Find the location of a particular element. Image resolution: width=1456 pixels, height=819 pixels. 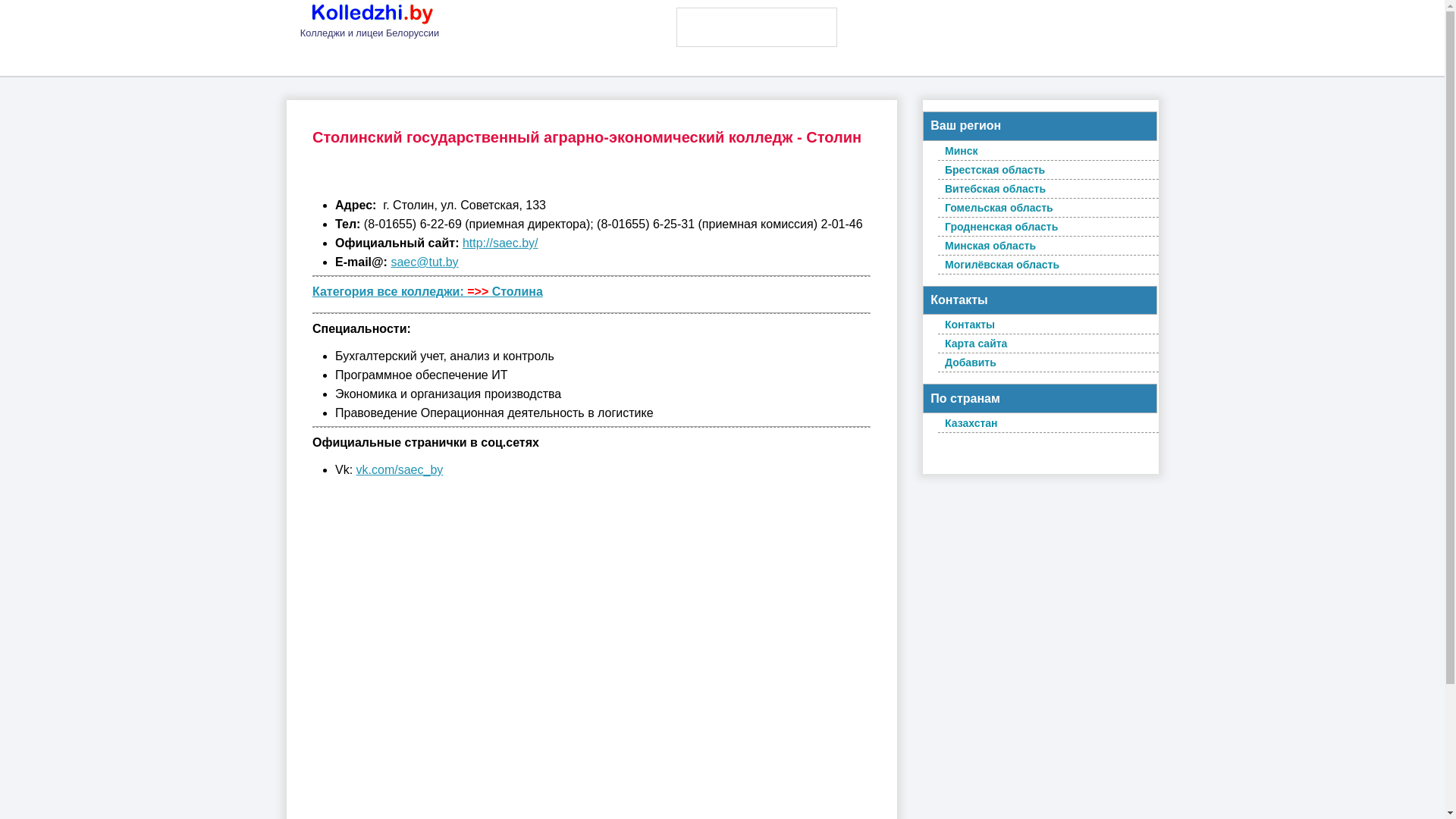

'http://saec.by/' is located at coordinates (461, 242).